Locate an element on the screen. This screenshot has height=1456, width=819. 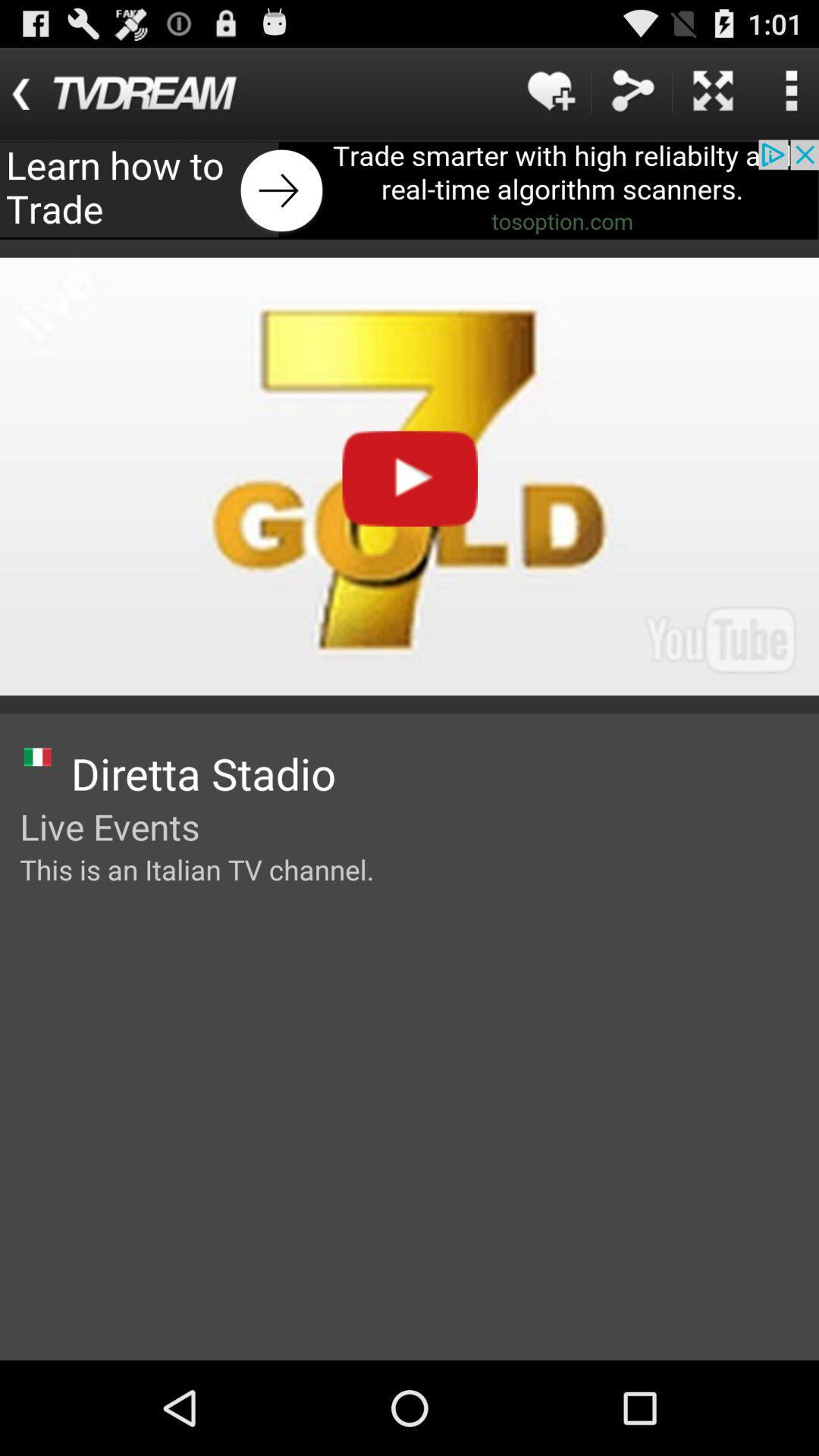
advertisement source is located at coordinates (409, 189).